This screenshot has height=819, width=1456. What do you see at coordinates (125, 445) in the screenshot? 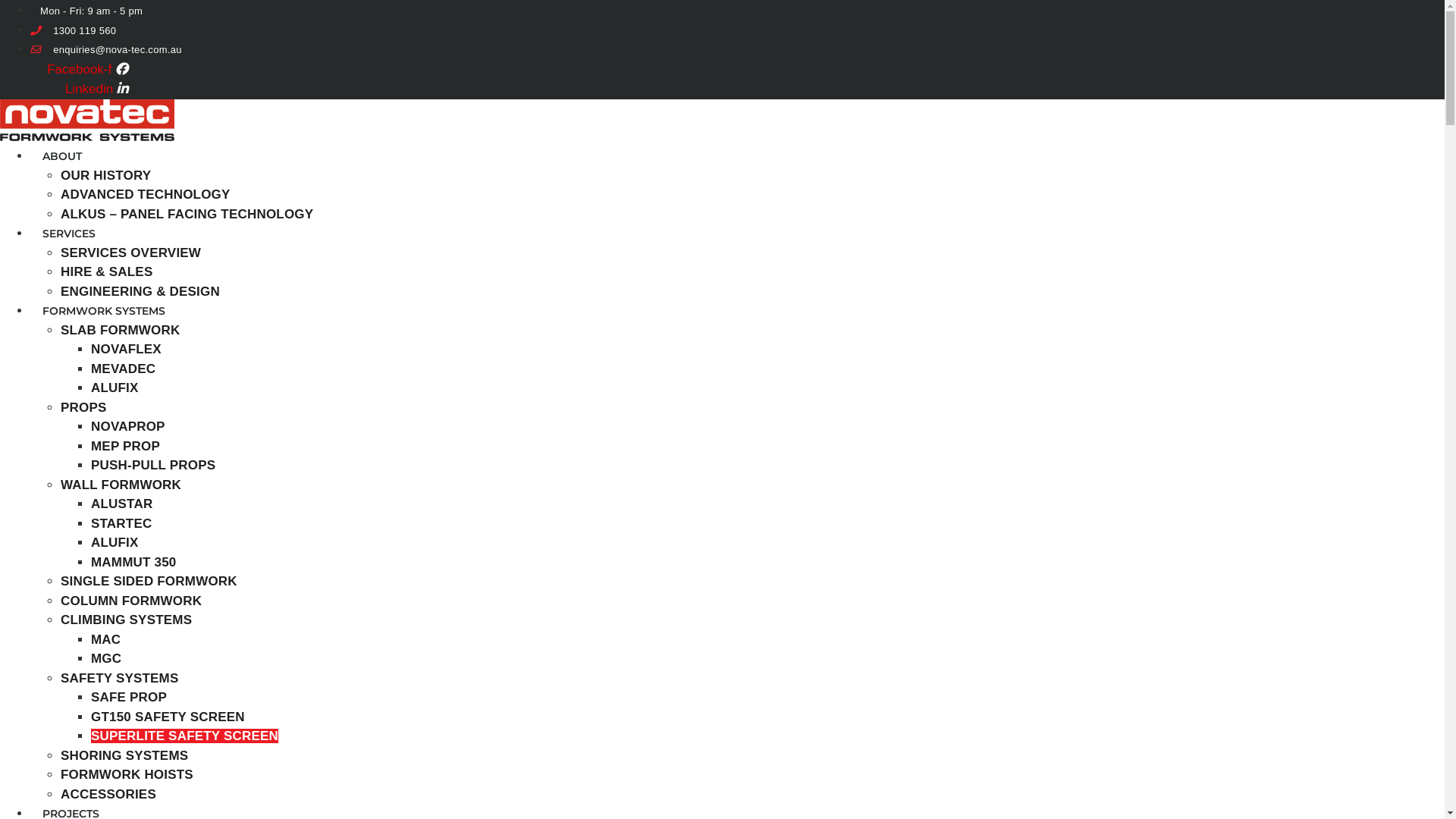
I see `'MEP PROP'` at bounding box center [125, 445].